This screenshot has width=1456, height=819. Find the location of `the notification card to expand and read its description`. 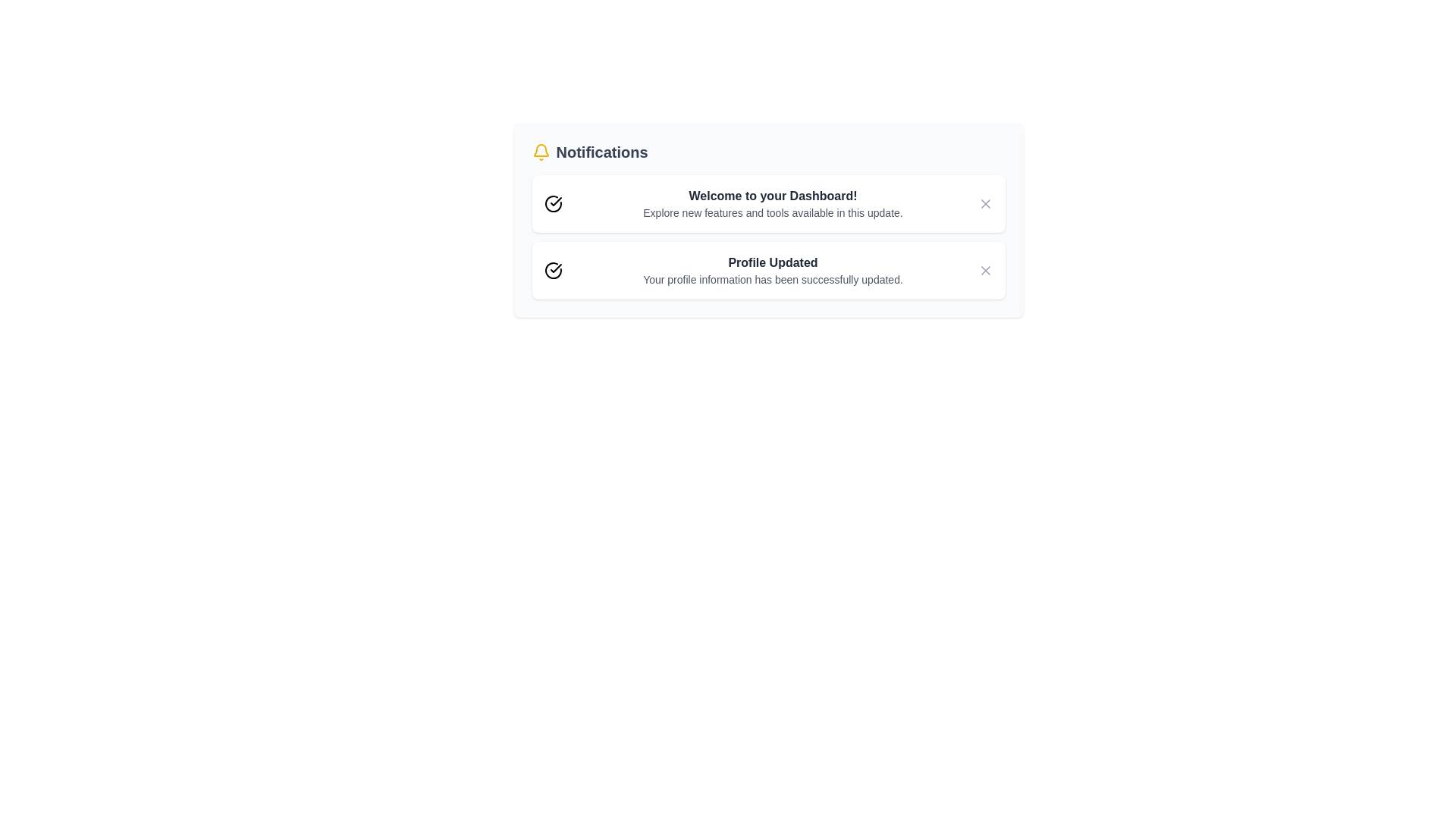

the notification card to expand and read its description is located at coordinates (767, 203).